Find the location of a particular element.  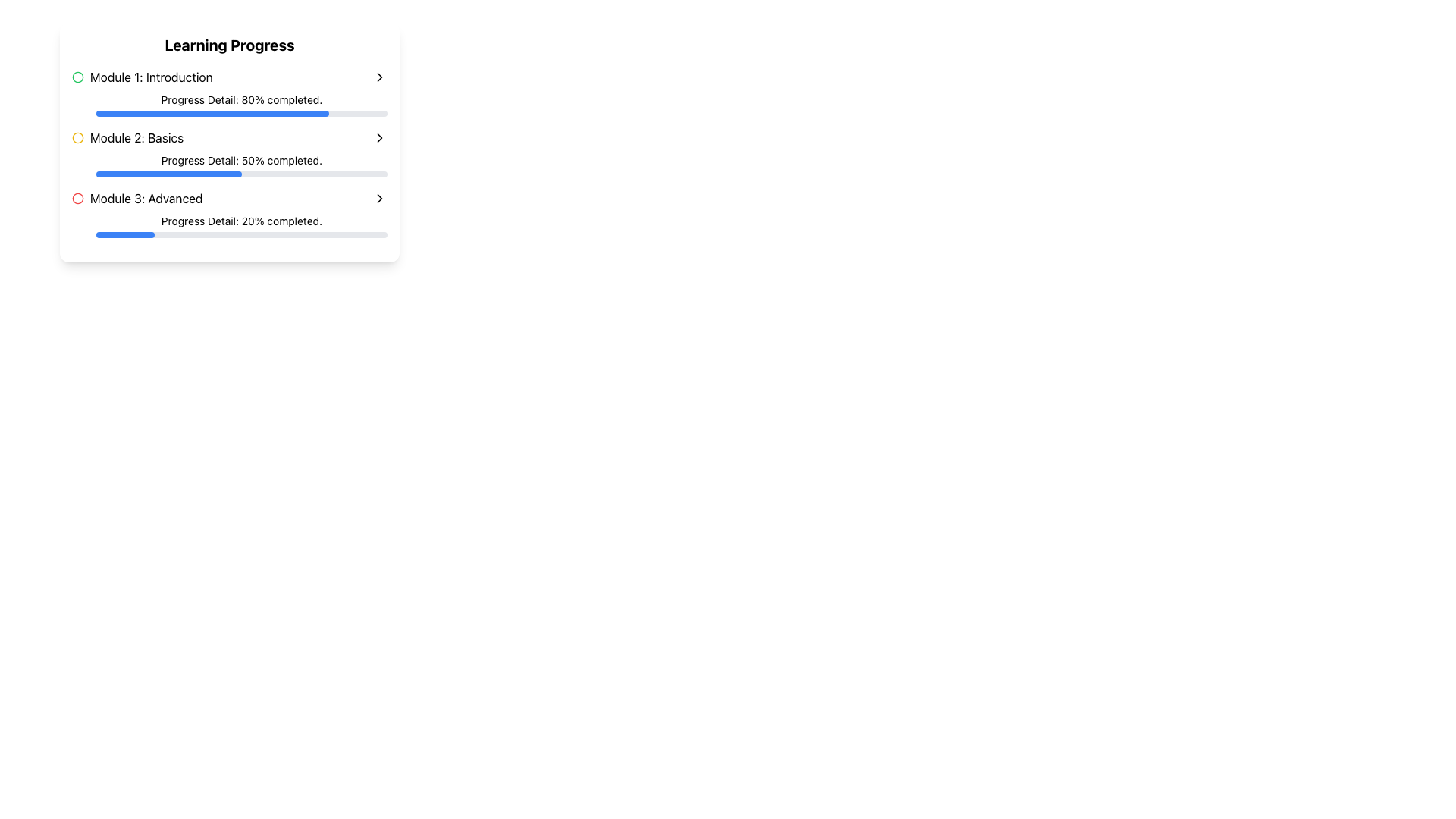

the text label titled 'Module 3: Advanced', which is the third element in the list of learning modules, located in the lower portion of the list is located at coordinates (146, 198).